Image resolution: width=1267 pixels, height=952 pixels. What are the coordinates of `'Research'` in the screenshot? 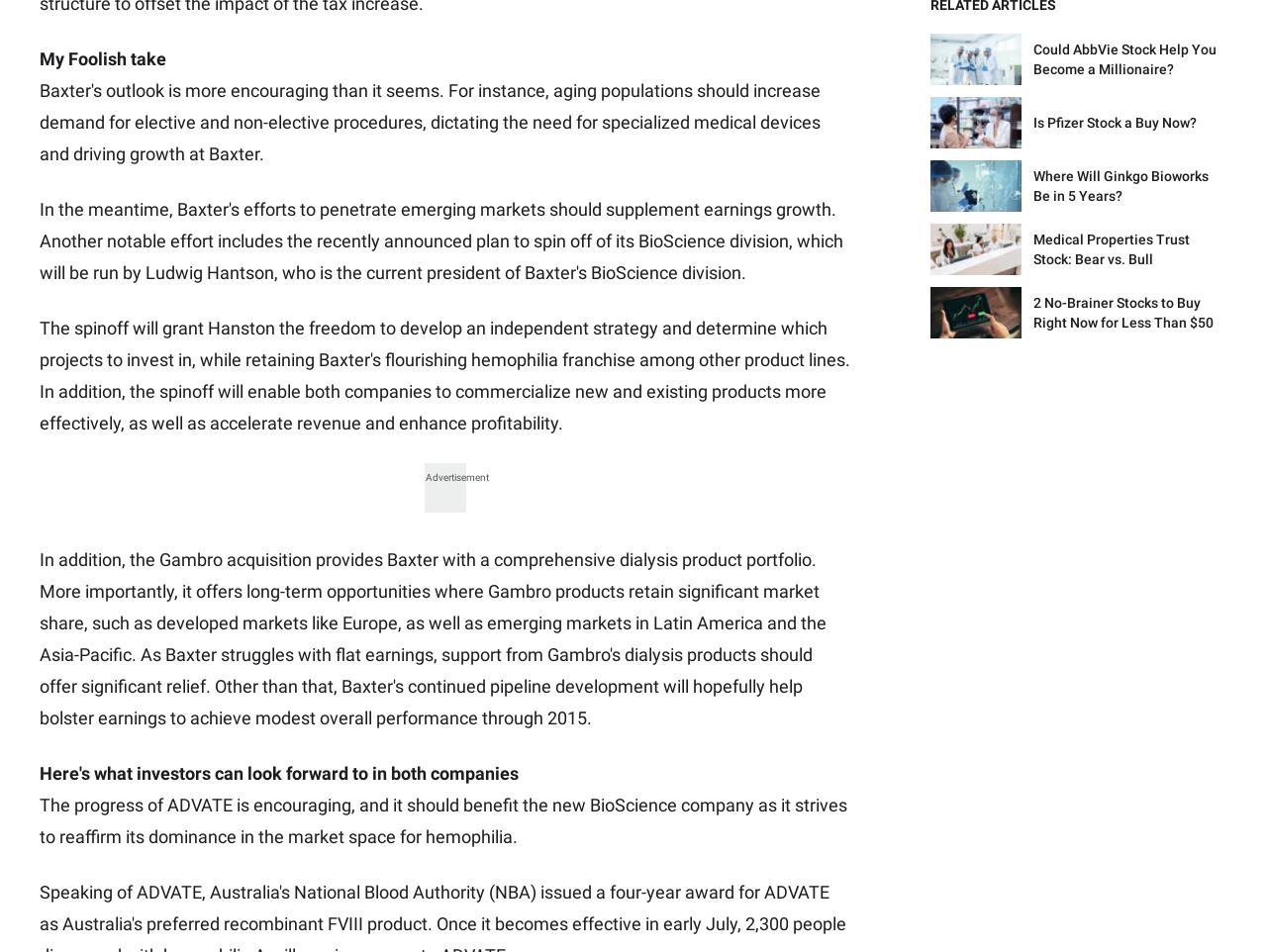 It's located at (331, 420).